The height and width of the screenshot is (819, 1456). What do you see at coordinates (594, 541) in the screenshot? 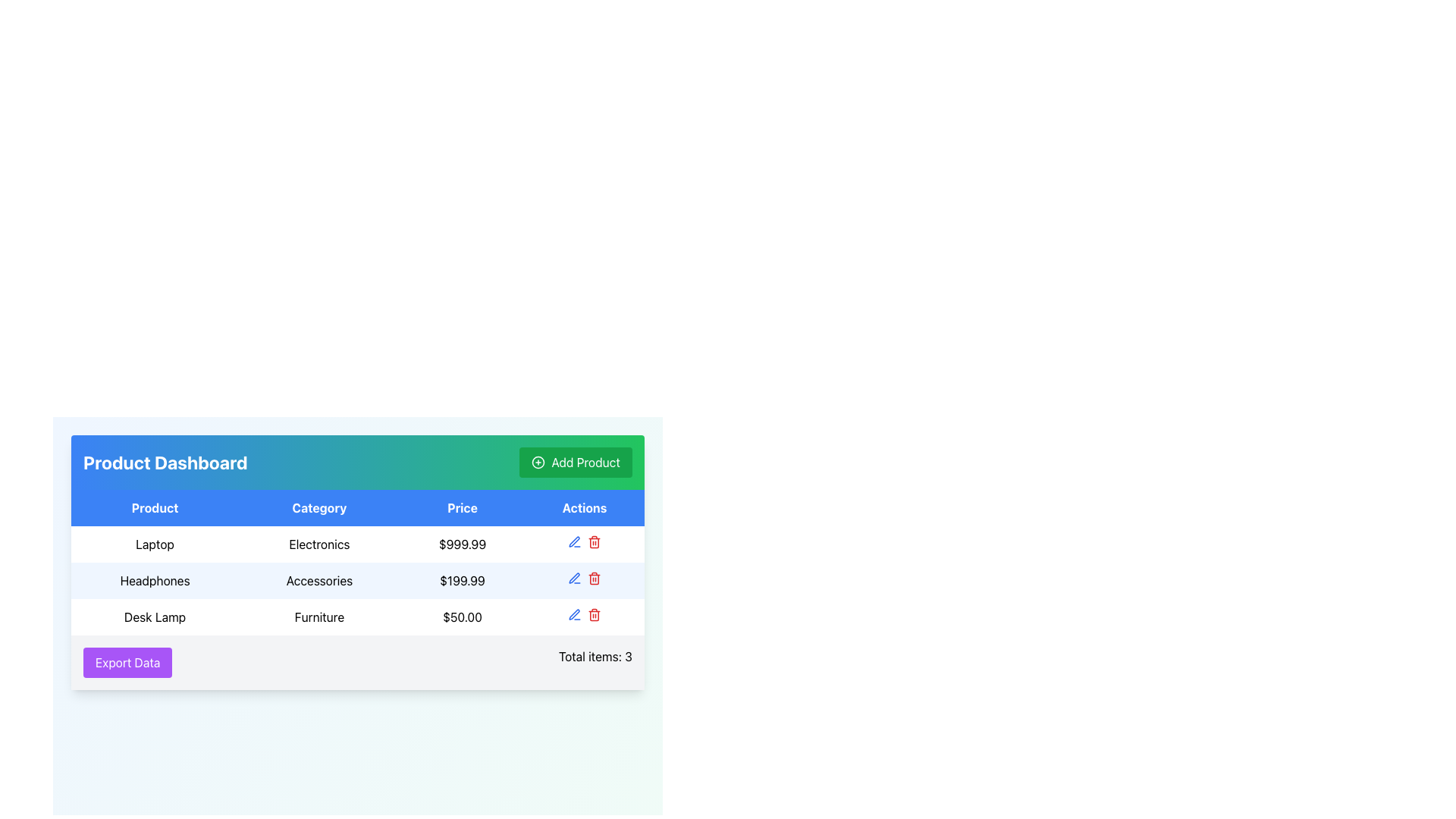
I see `the delete icon button located in the 'Actions' column of the second row of the product table under 'Product Dashboard'` at bounding box center [594, 541].